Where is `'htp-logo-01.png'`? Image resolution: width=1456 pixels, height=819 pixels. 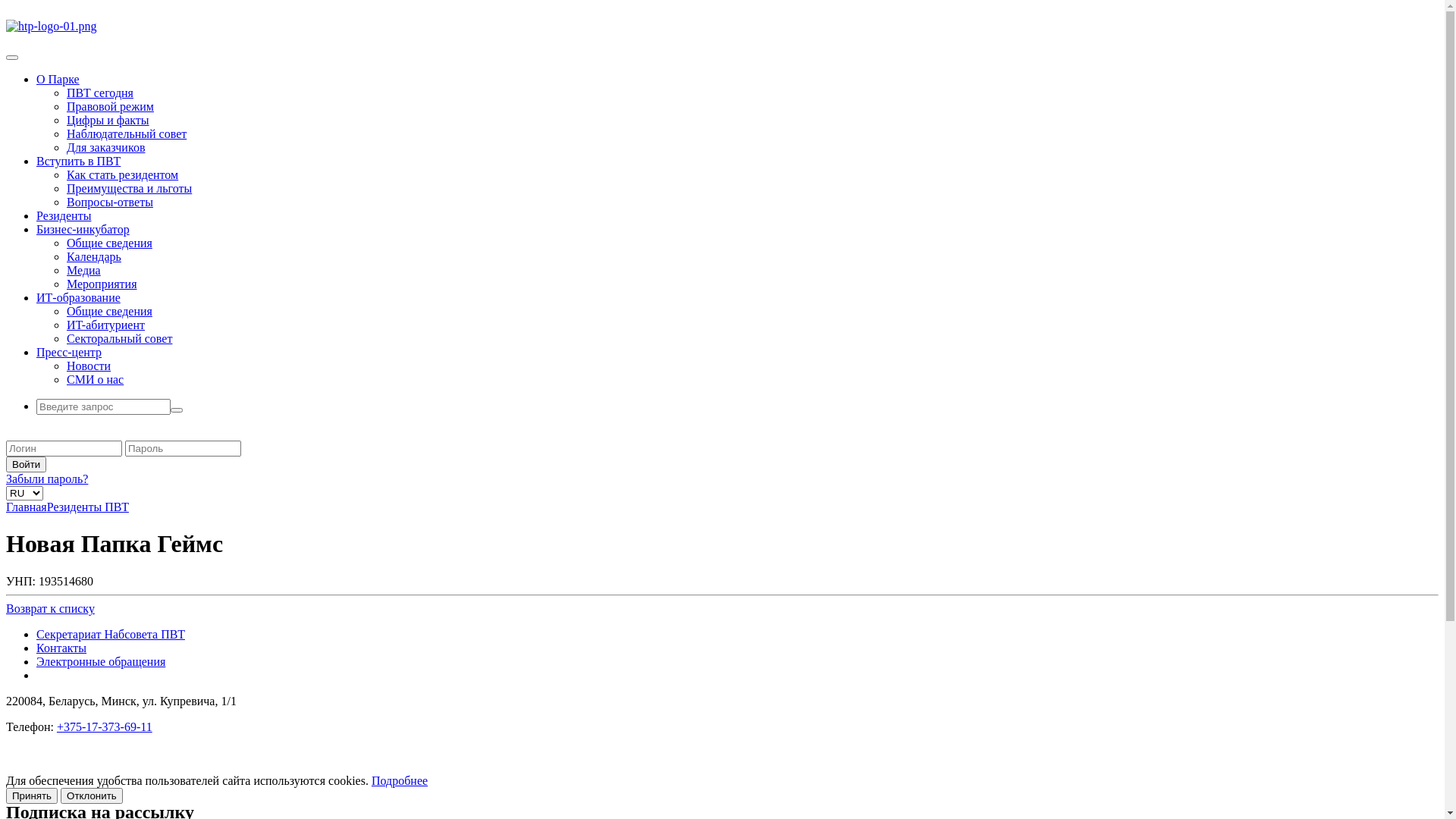
'htp-logo-01.png' is located at coordinates (6, 26).